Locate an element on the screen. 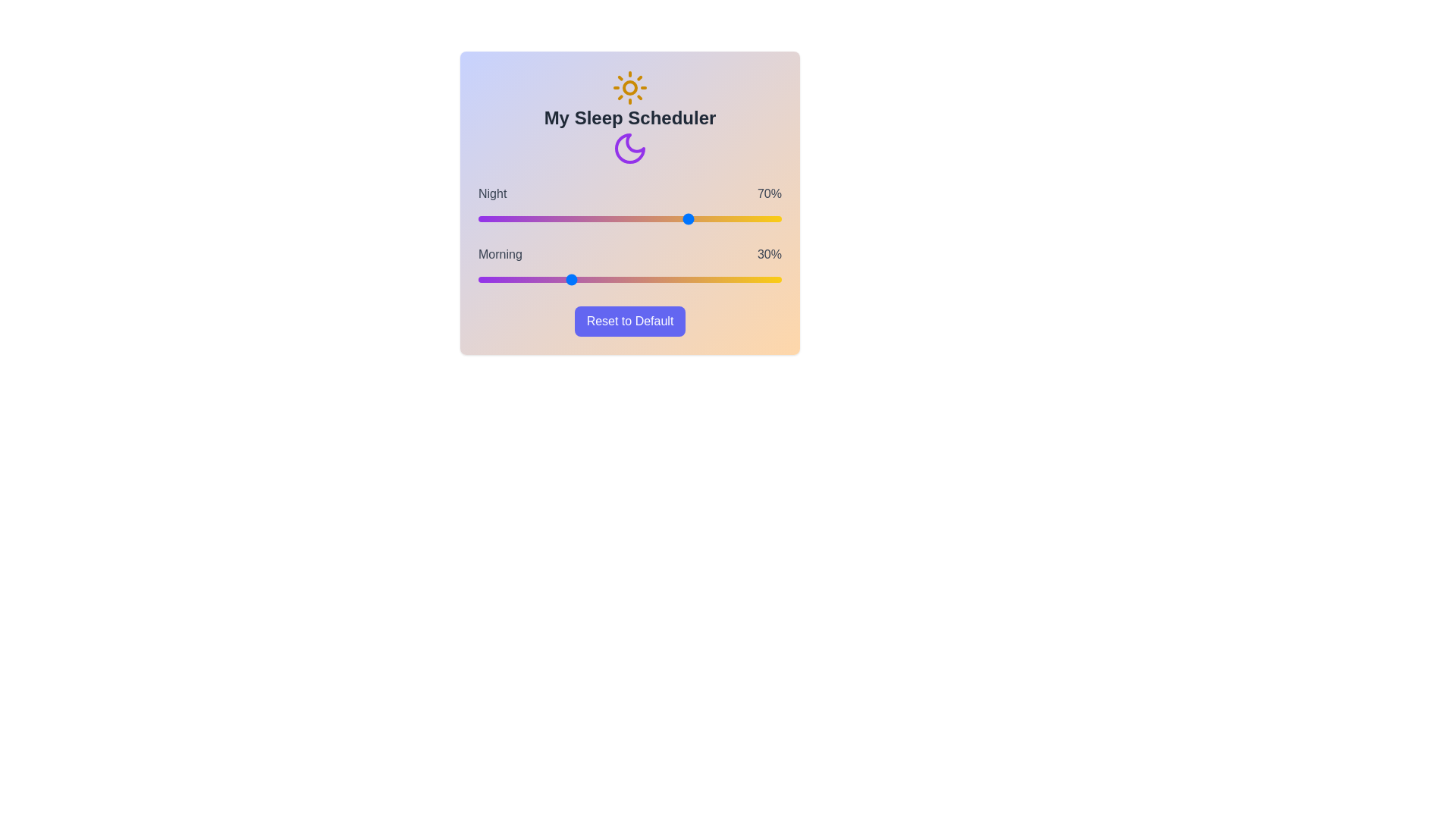 This screenshot has width=1456, height=819. the sun icon is located at coordinates (629, 87).